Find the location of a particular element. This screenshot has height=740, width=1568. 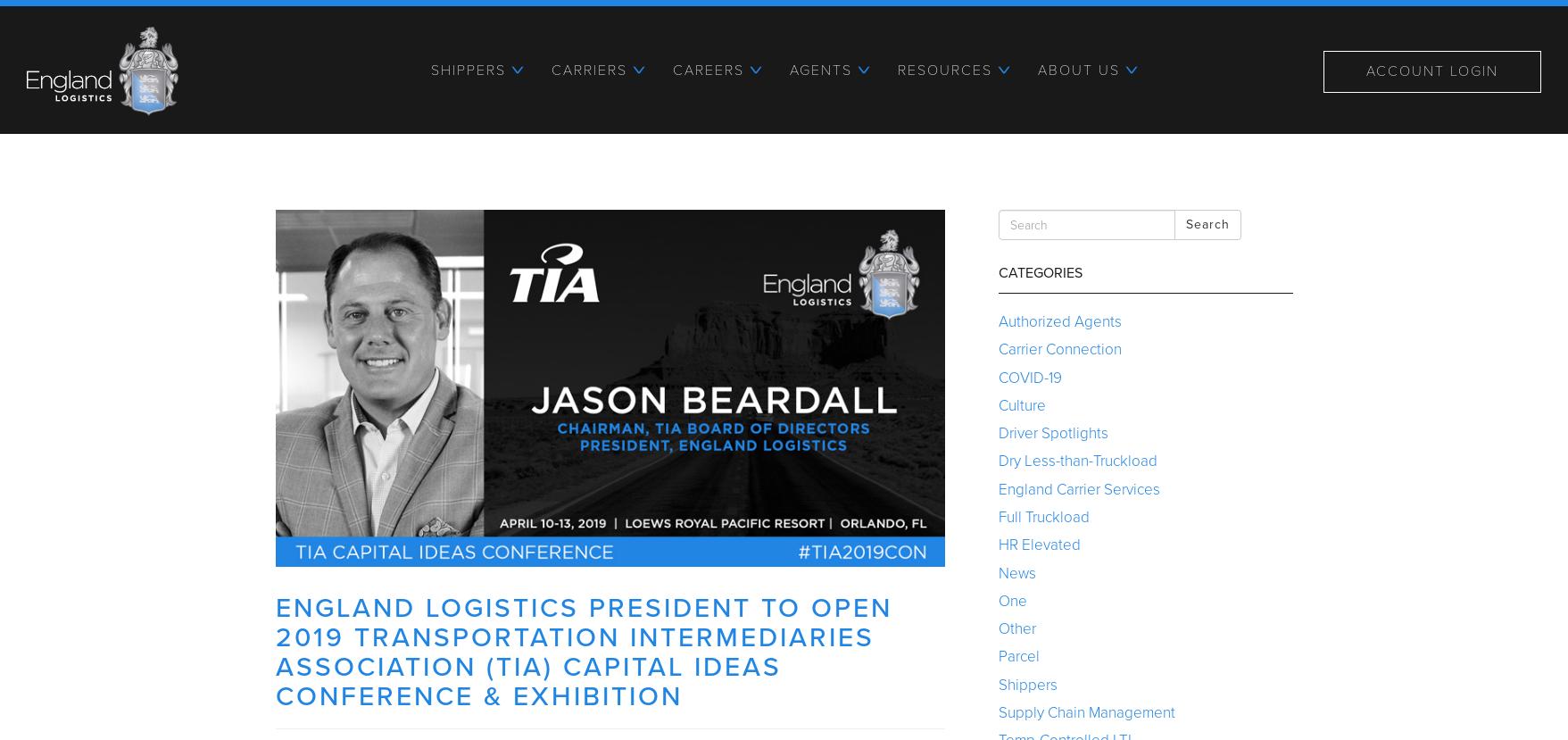

'Account Login' is located at coordinates (1432, 71).